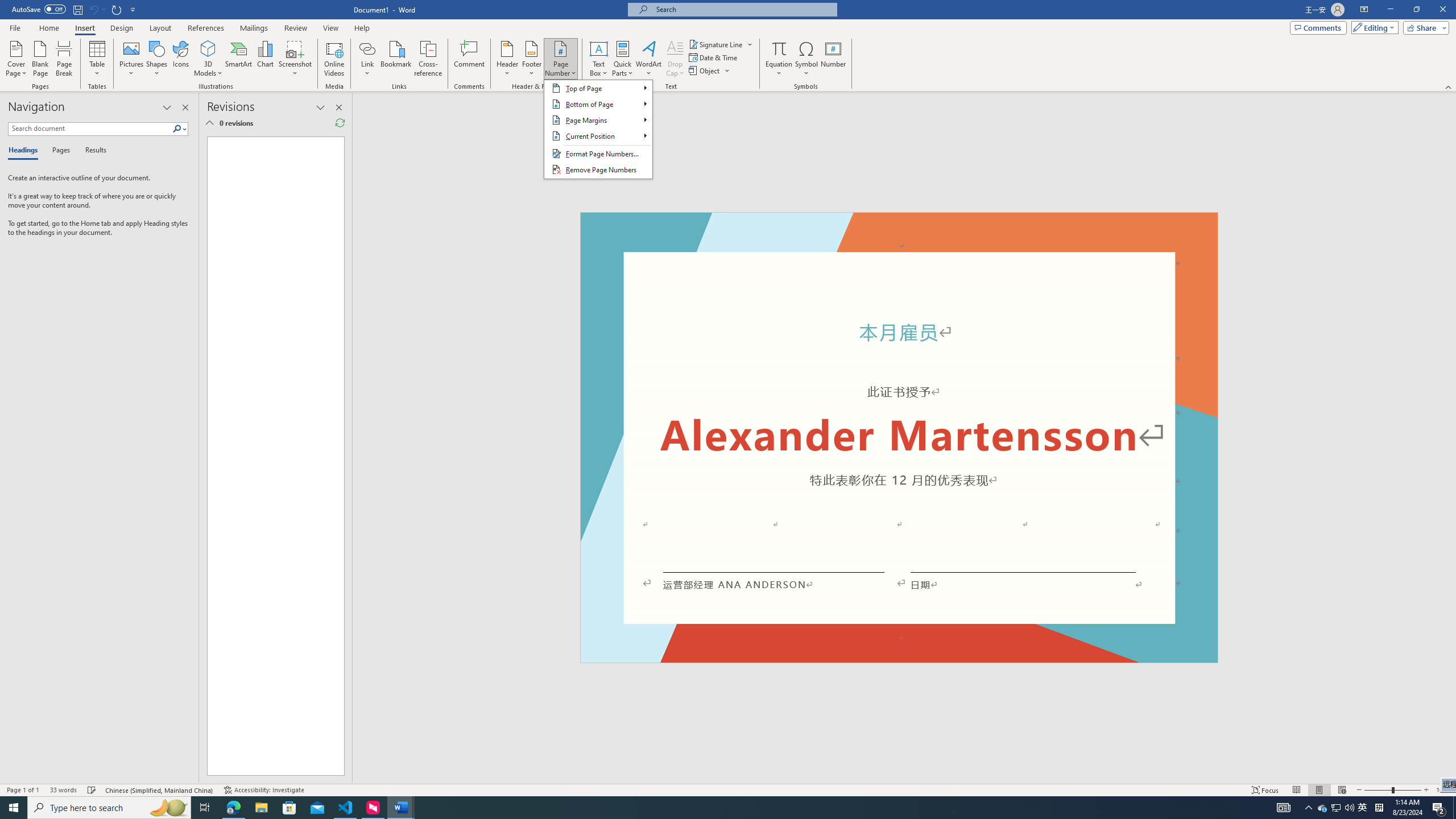  What do you see at coordinates (233, 806) in the screenshot?
I see `'Microsoft Edge - 1 running window'` at bounding box center [233, 806].